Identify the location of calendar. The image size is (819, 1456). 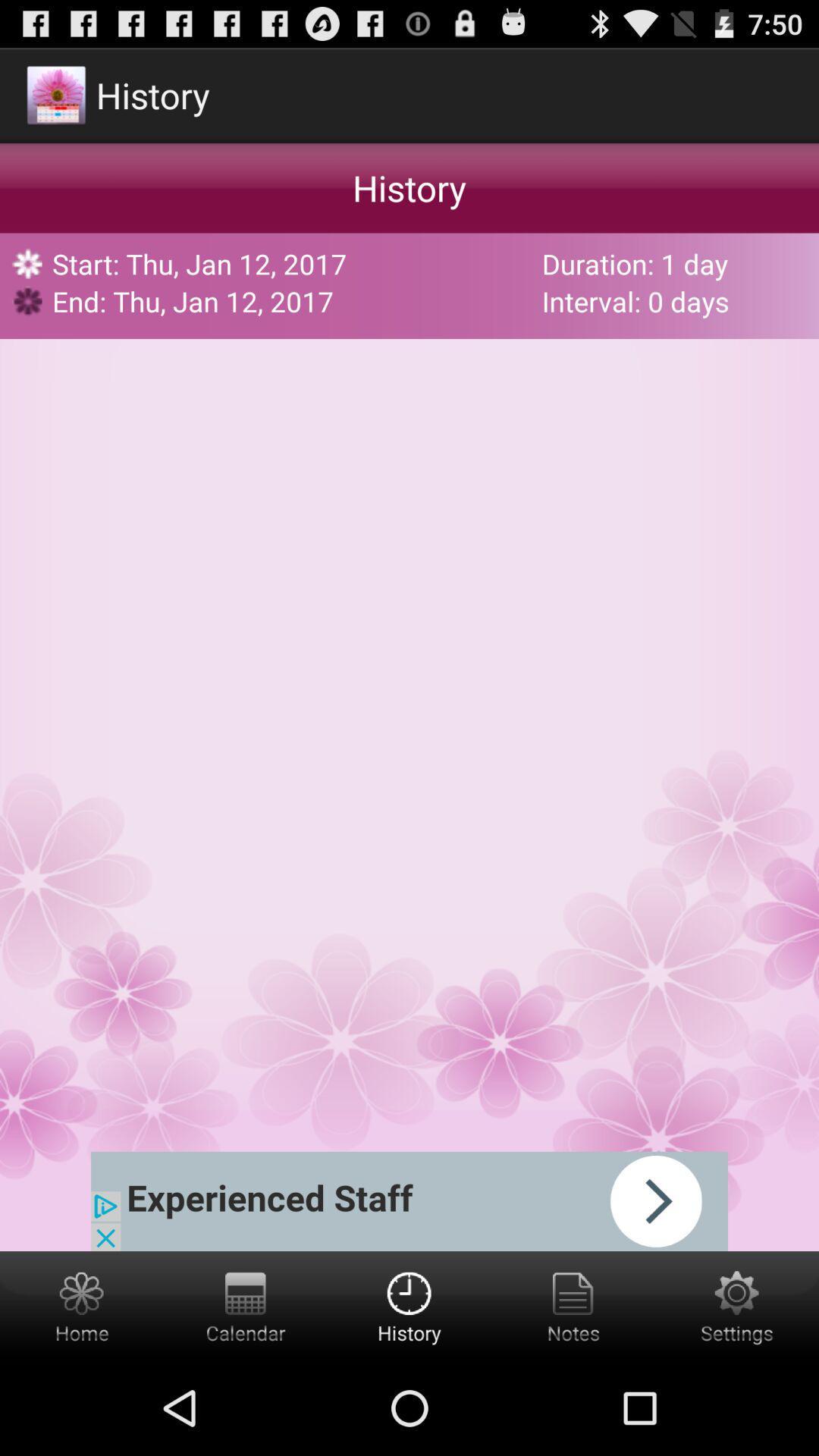
(245, 1305).